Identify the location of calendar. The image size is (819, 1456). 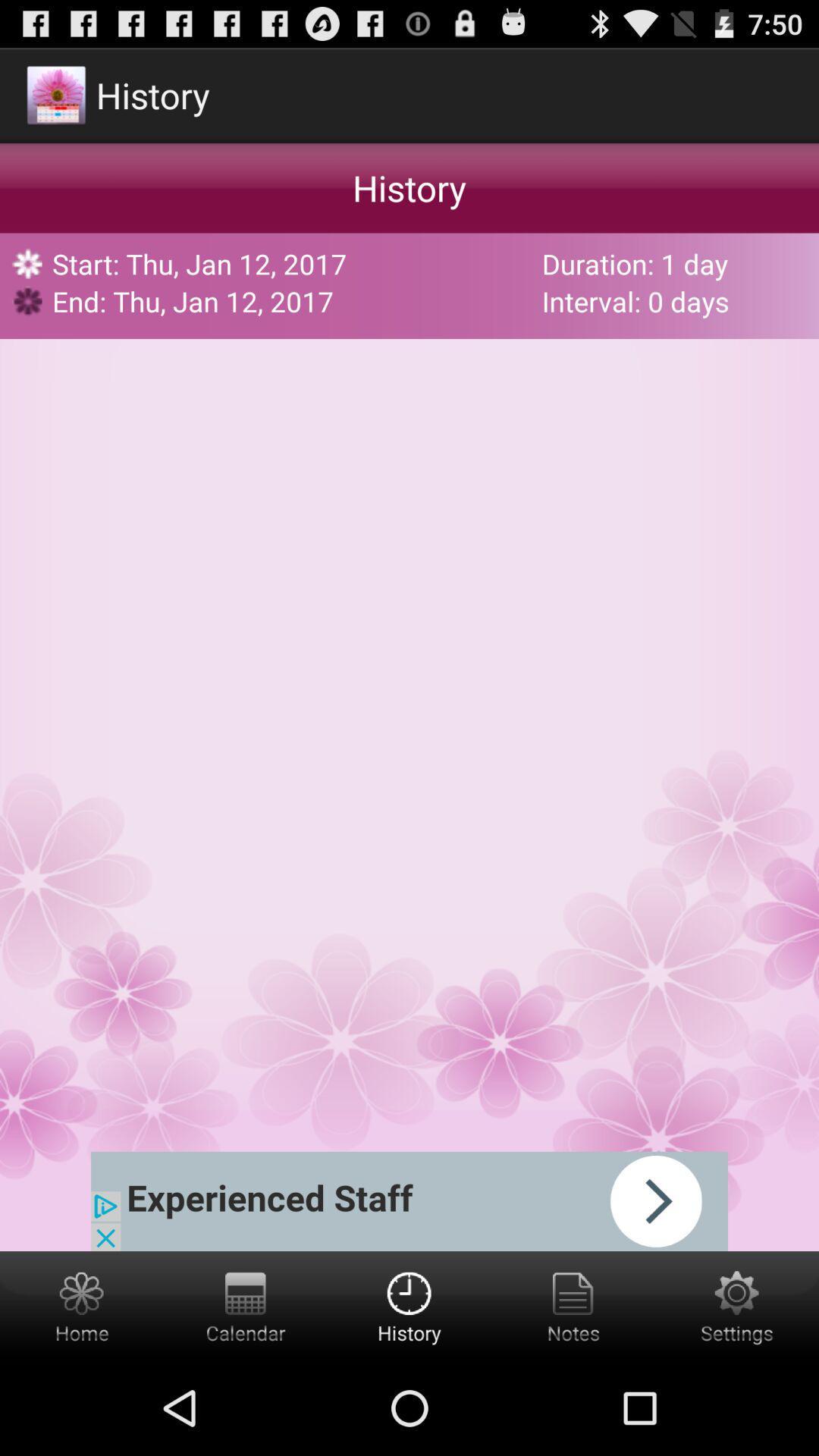
(245, 1305).